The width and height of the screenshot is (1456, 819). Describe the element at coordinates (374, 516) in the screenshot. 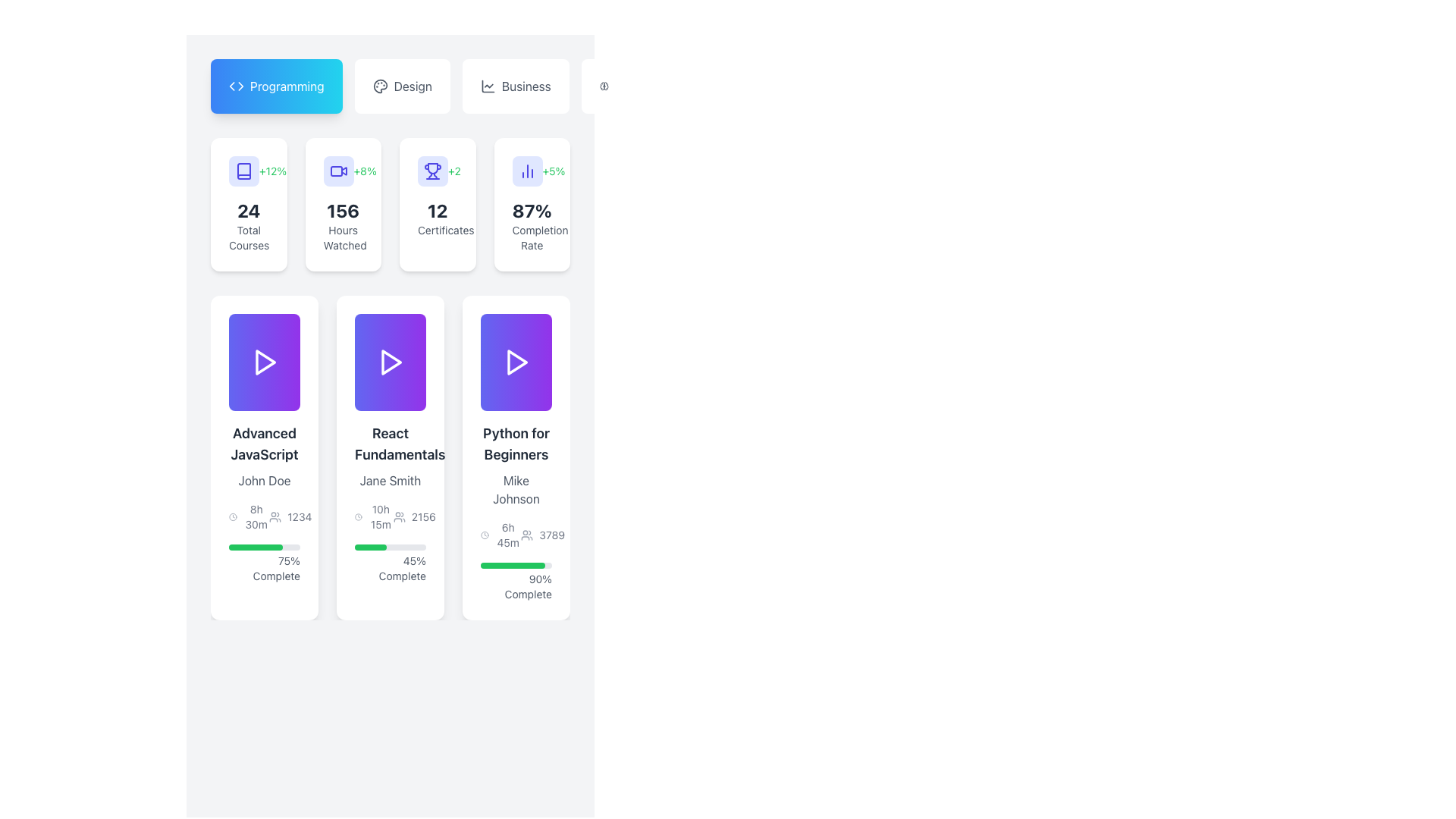

I see `displayed duration from the label with an icon and text located in the second card from the left, positioned above a green progress bar and to the left of the text '2156'` at that location.